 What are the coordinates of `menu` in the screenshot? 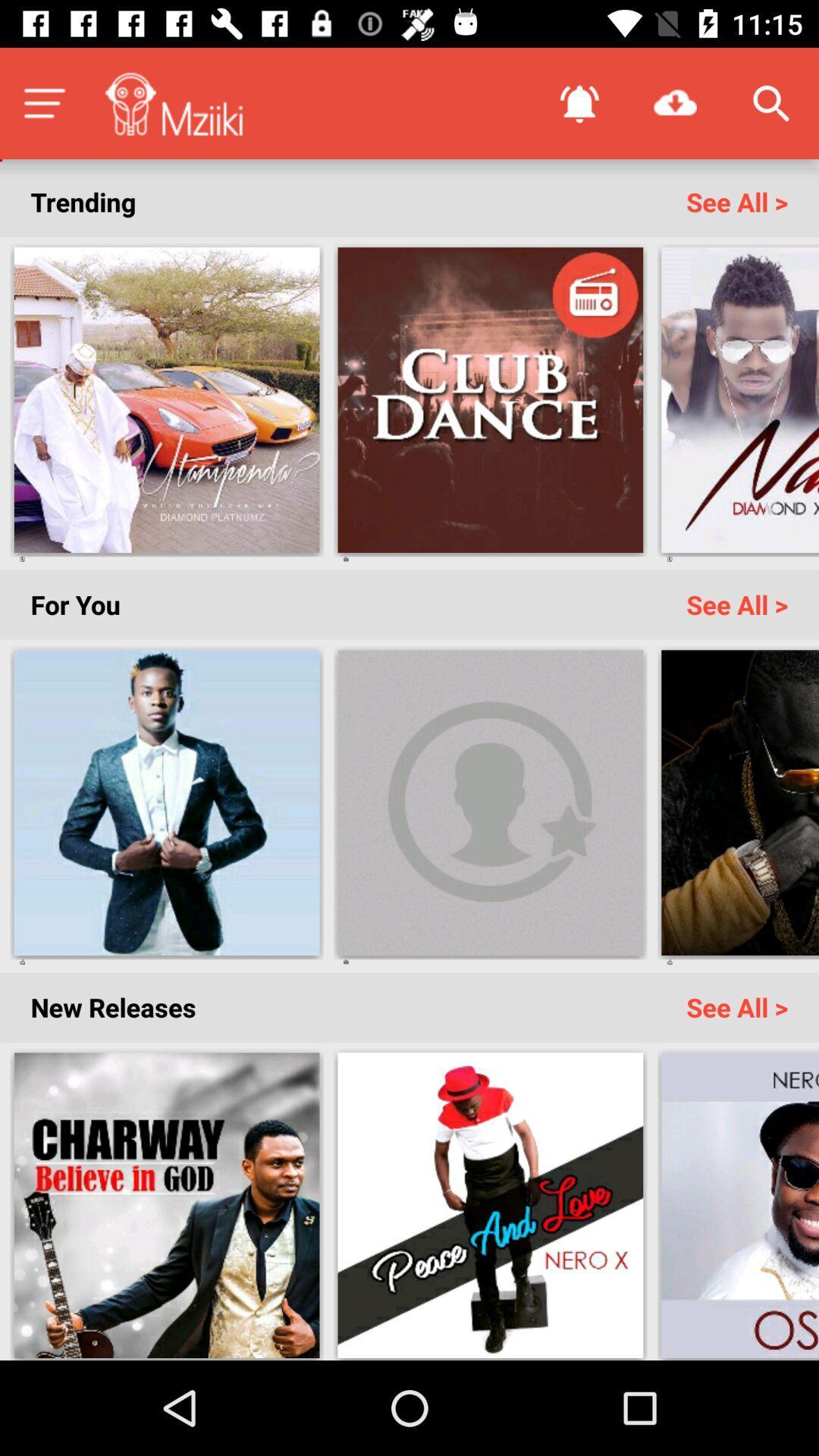 It's located at (43, 102).